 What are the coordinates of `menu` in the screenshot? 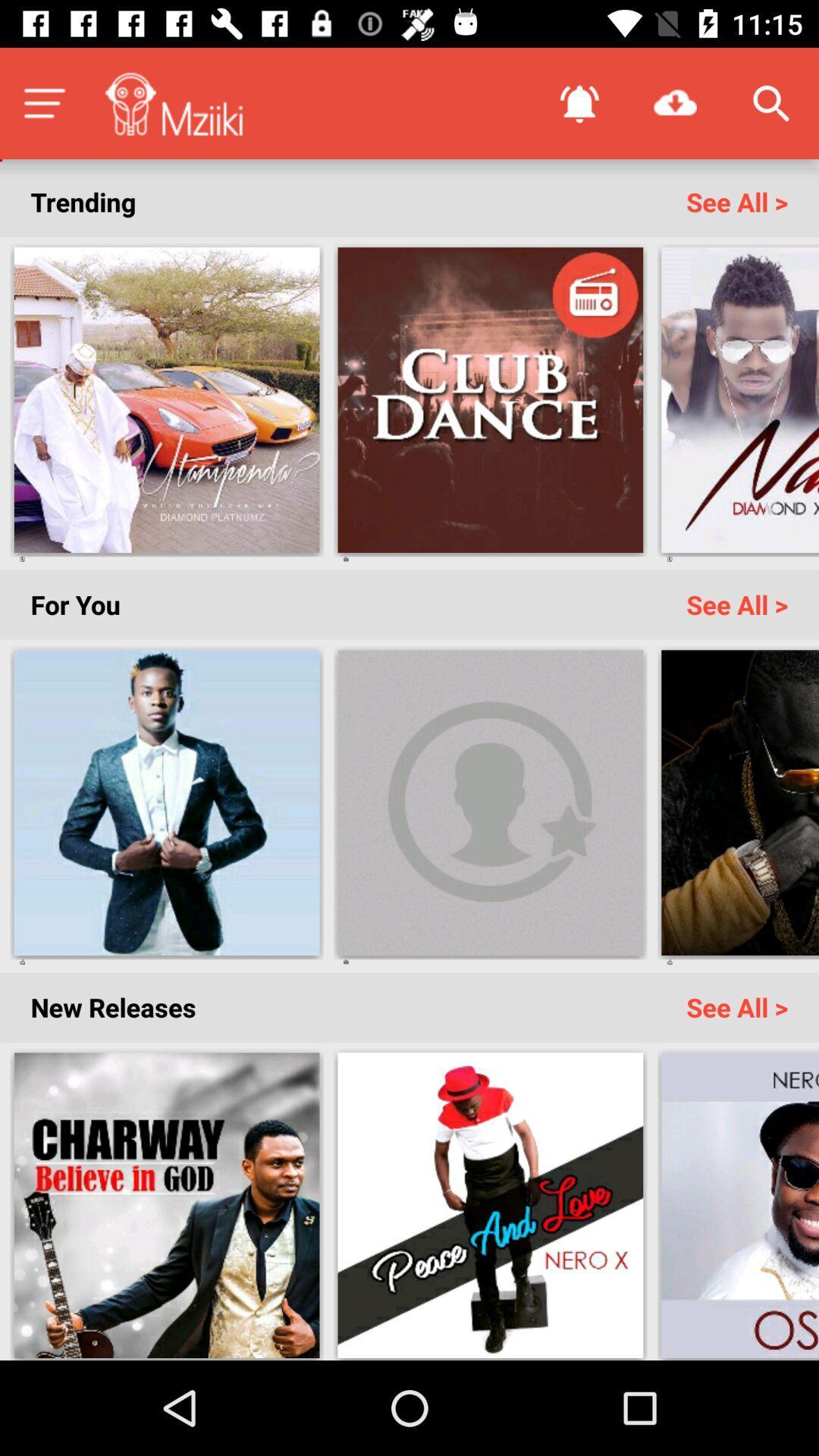 It's located at (43, 102).